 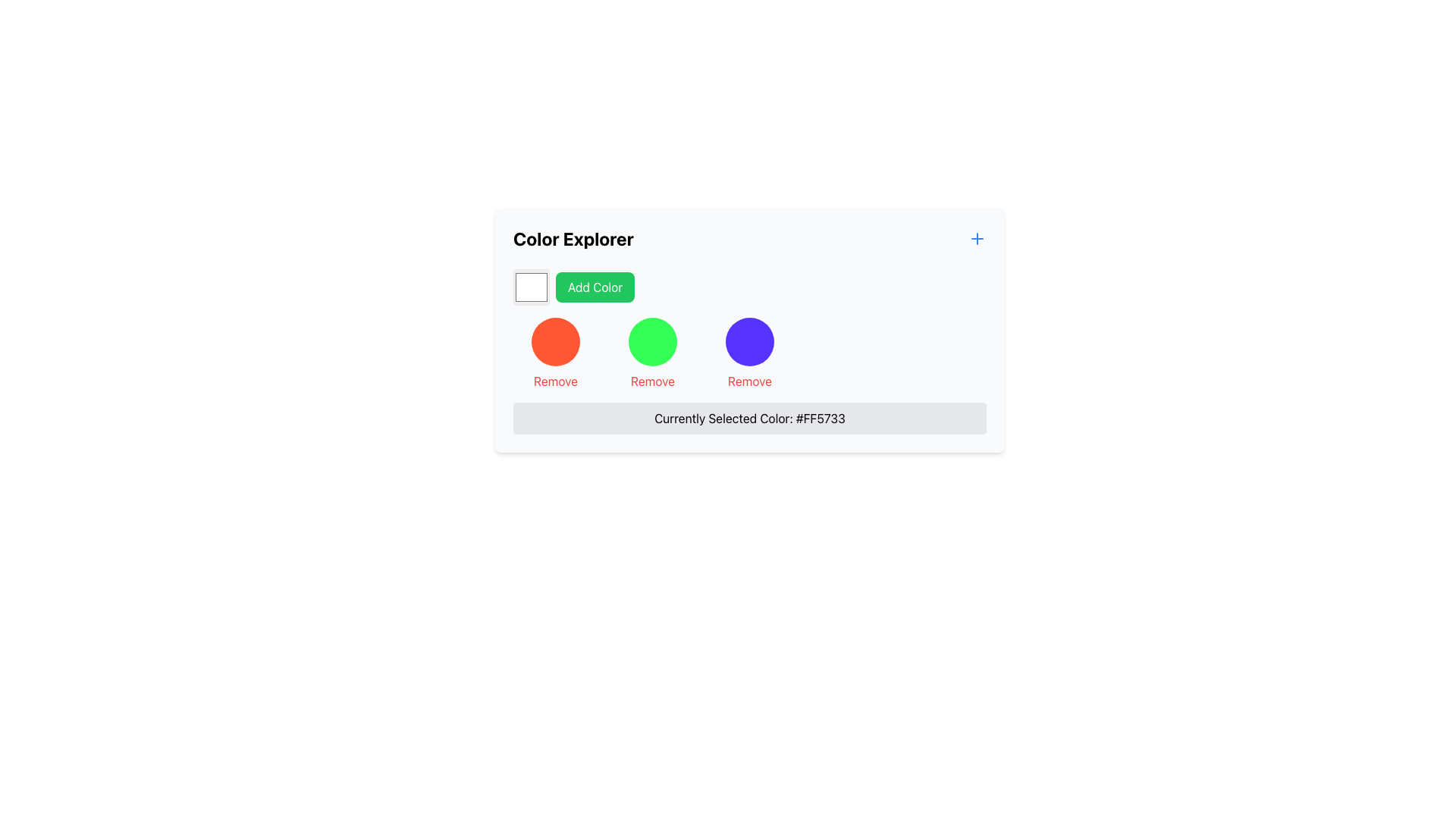 What do you see at coordinates (555, 342) in the screenshot?
I see `the first circular button` at bounding box center [555, 342].